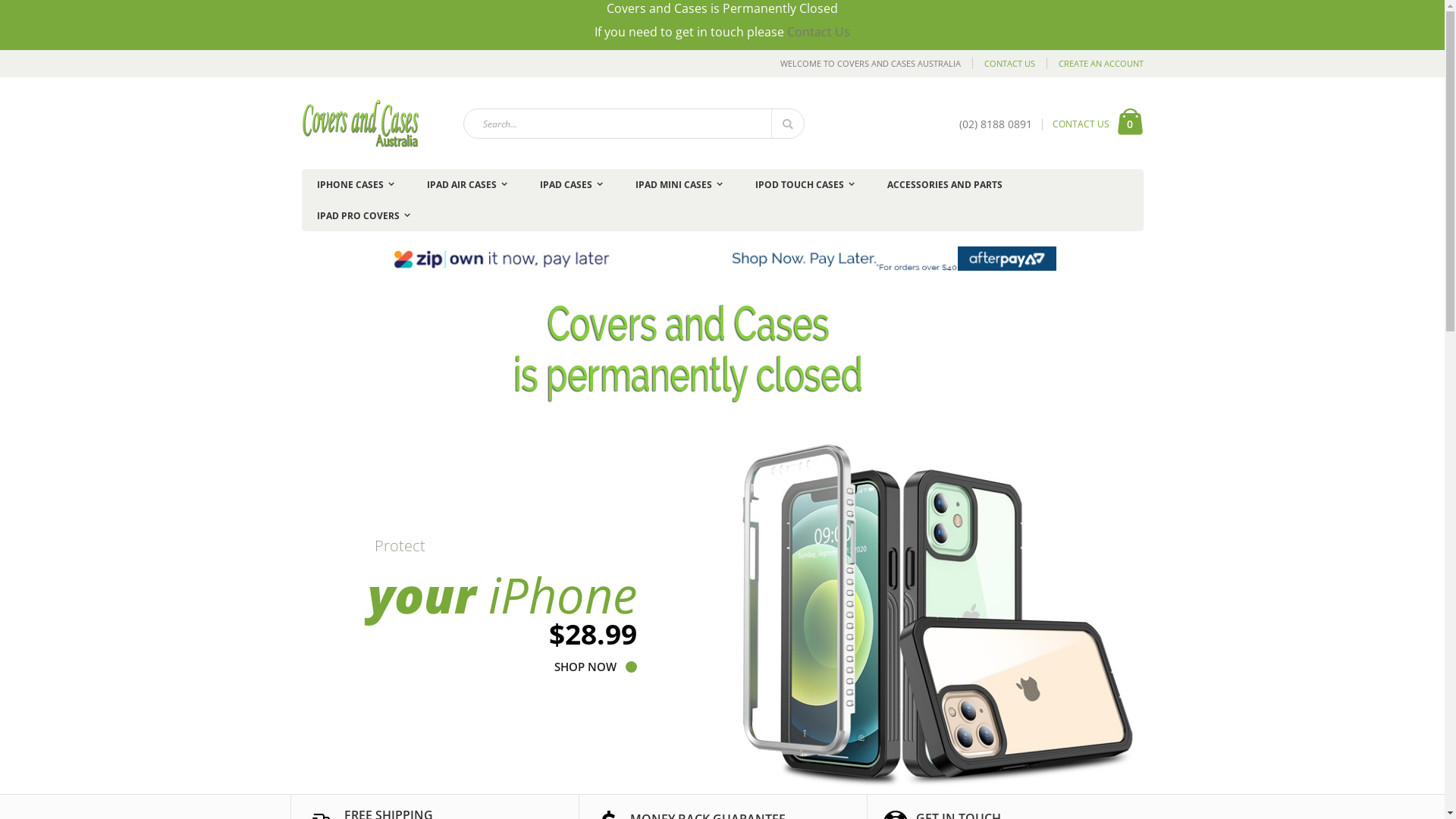  Describe the element at coordinates (804, 184) in the screenshot. I see `'IPOD TOUCH CASES'` at that location.